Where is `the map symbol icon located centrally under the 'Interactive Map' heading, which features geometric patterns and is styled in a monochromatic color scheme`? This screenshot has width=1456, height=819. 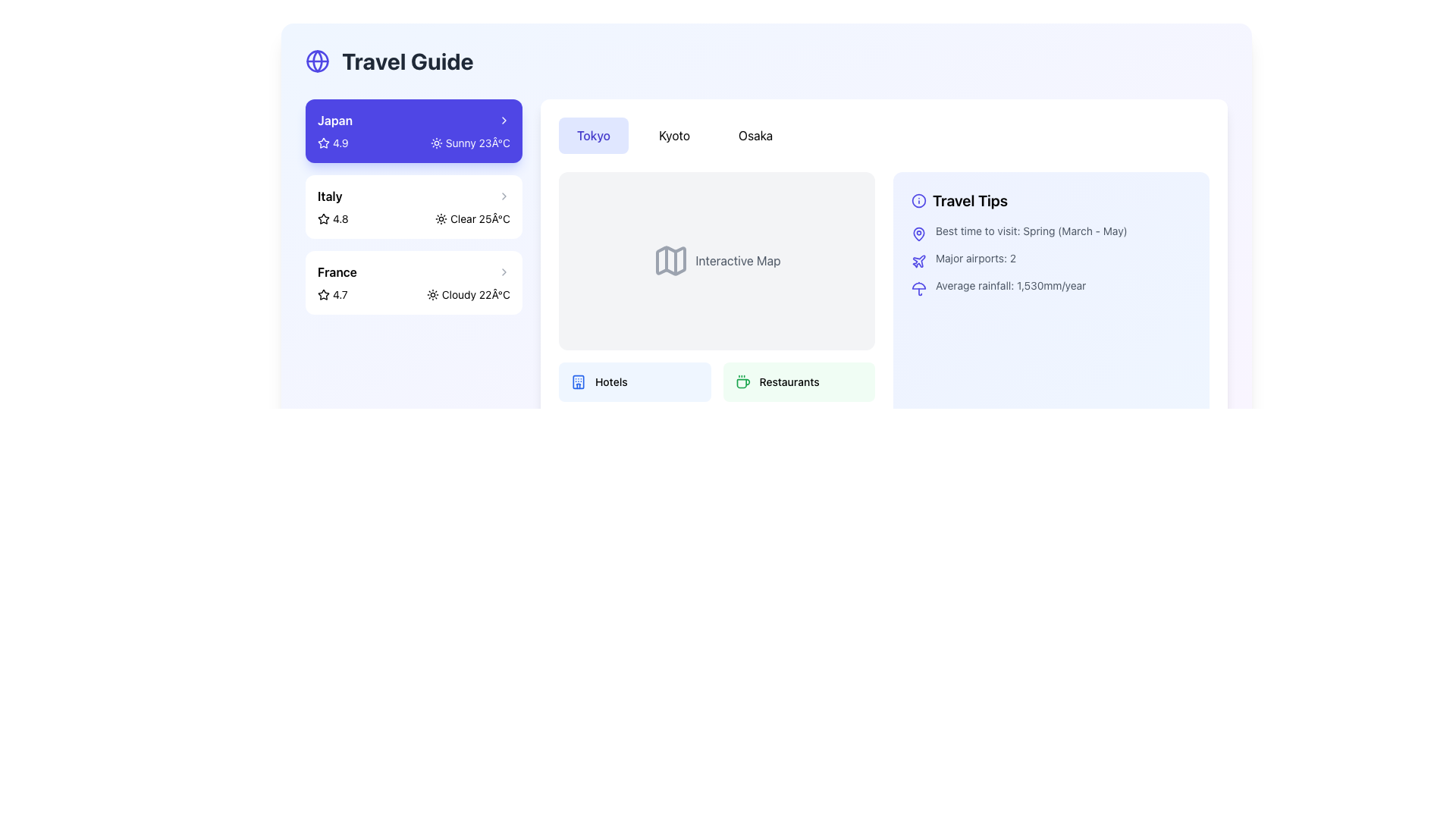 the map symbol icon located centrally under the 'Interactive Map' heading, which features geometric patterns and is styled in a monochromatic color scheme is located at coordinates (670, 260).